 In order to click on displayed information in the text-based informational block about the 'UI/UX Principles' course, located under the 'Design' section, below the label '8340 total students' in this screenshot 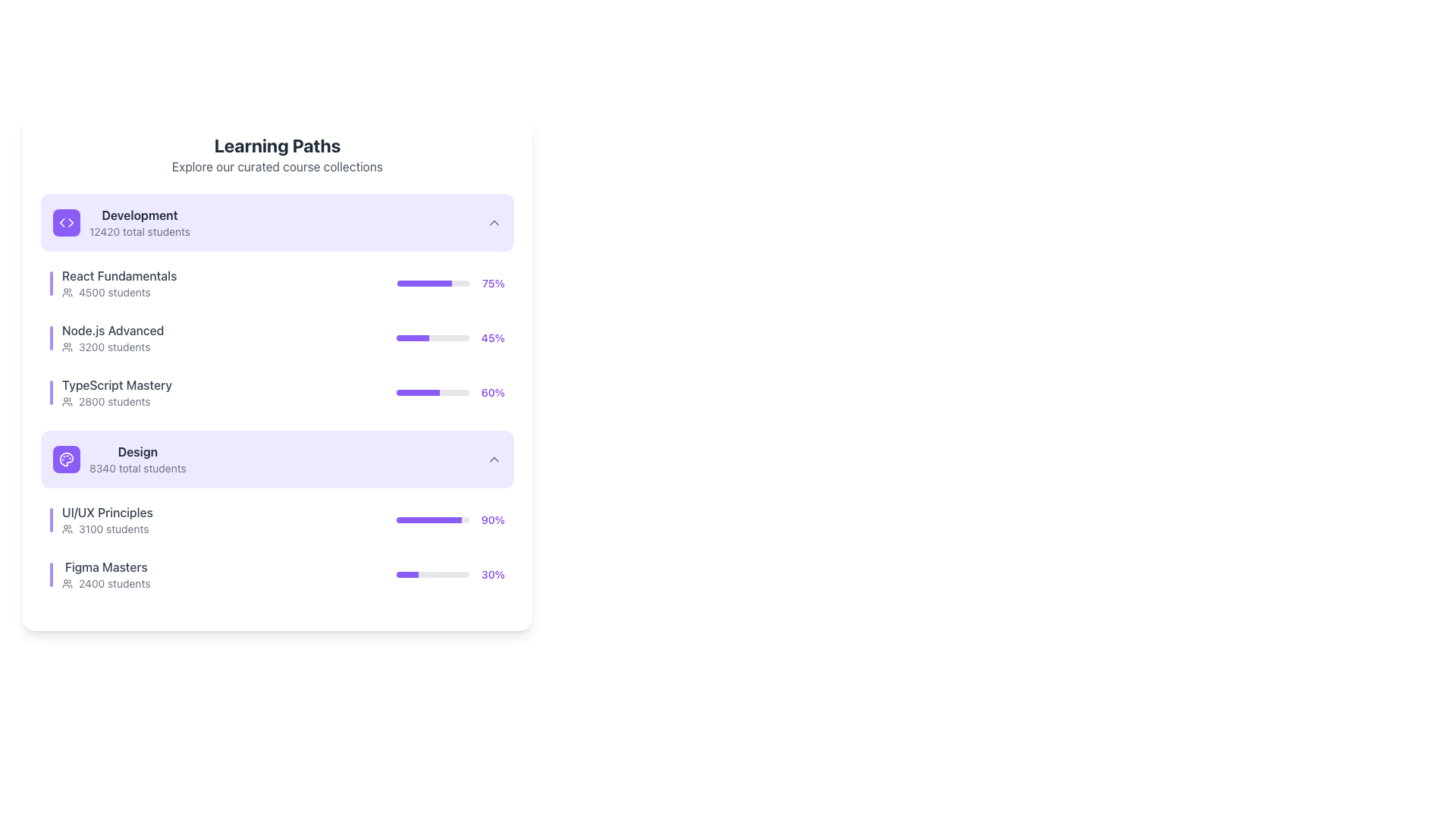, I will do `click(106, 519)`.